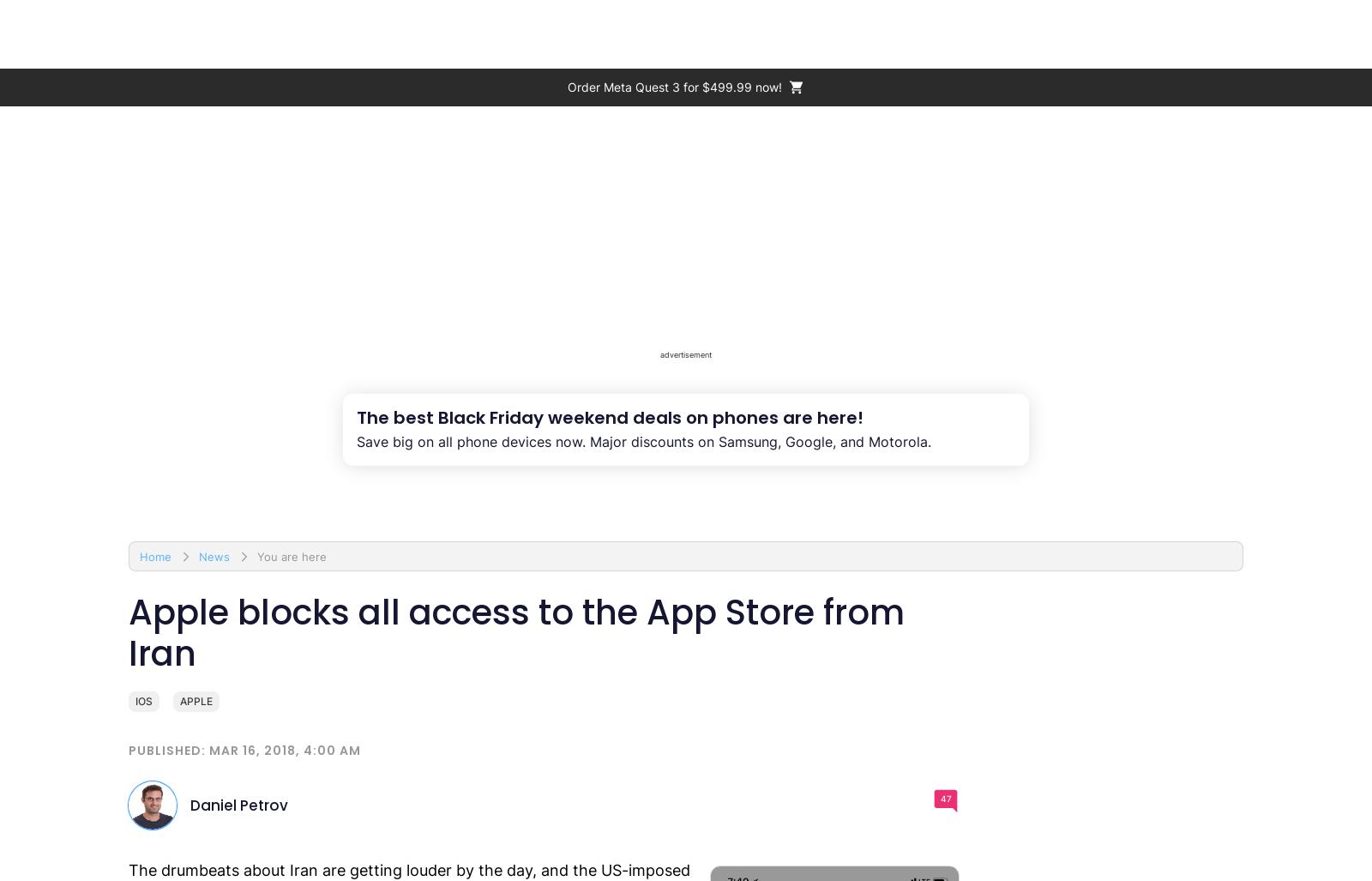  I want to click on '4', so click(1303, 27).